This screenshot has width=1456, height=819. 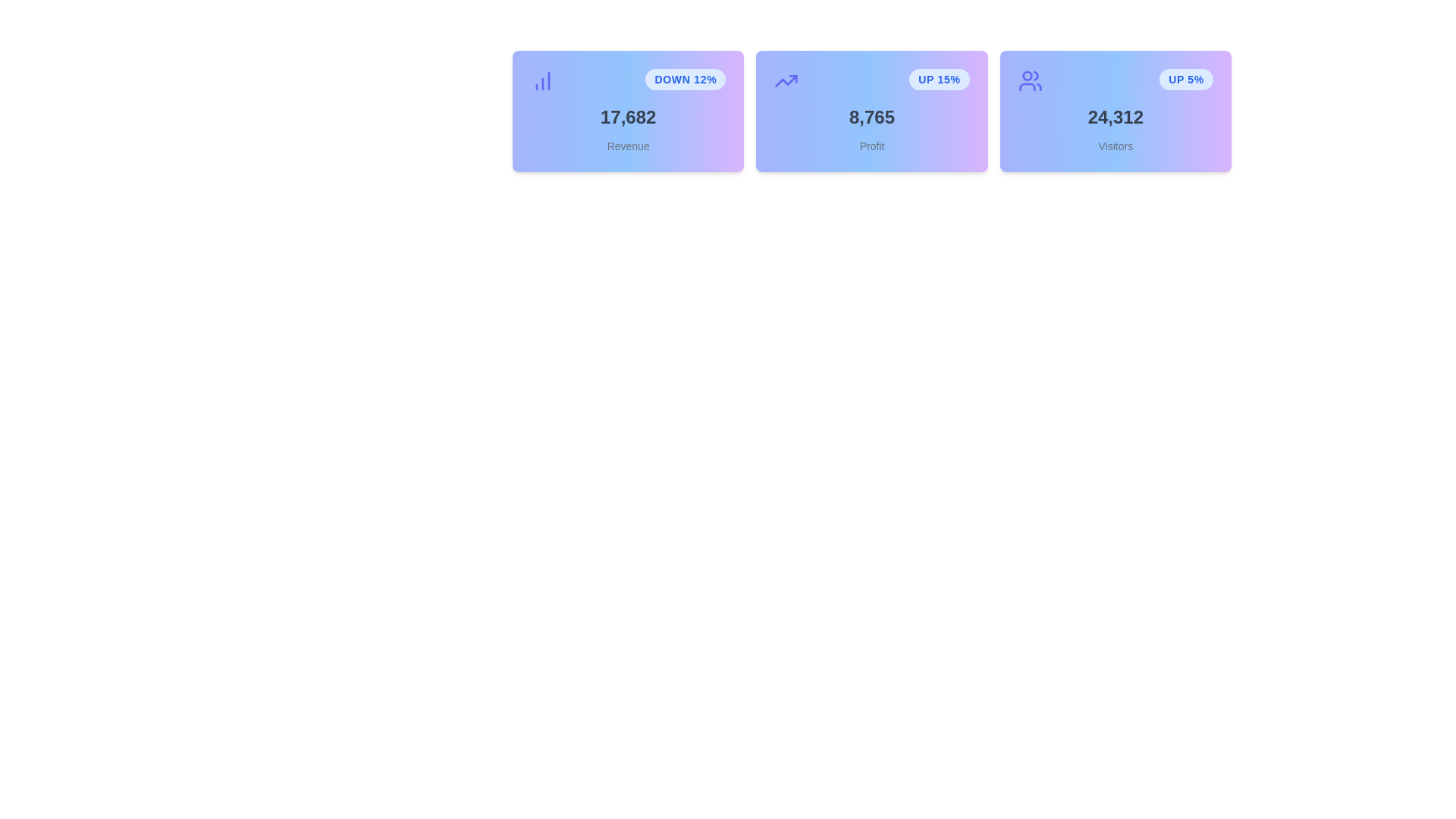 I want to click on text from the Info card, which displays 'Down 12%' at the top right, '17,682' in the middle, and 'Revenue' below that, so click(x=628, y=110).